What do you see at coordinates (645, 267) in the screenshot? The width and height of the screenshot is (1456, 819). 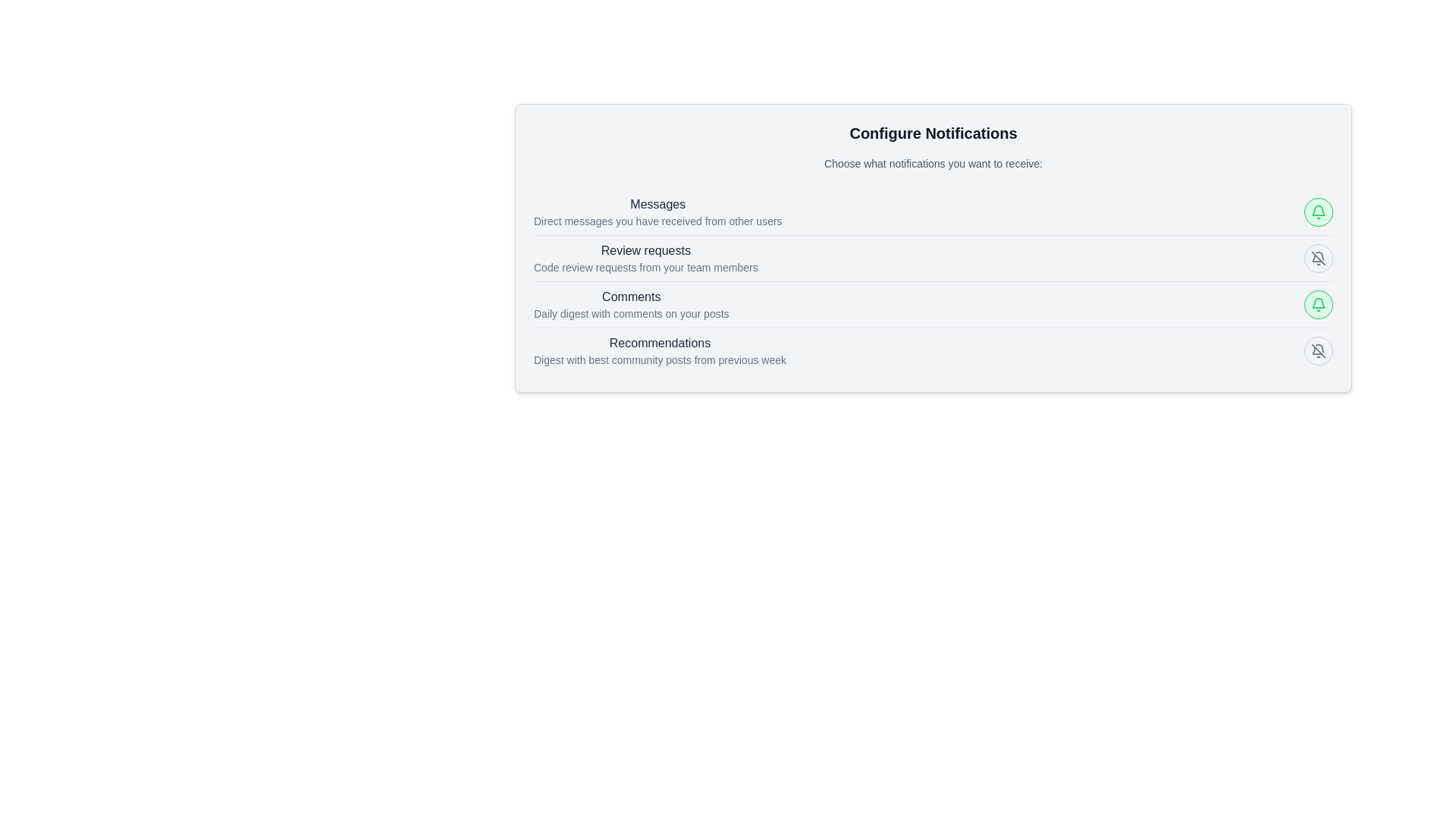 I see `the text 'Code review requests from your team members', which is styled in a smaller and lighter font, located directly below the 'Review requests' heading in the 'Configure Notifications' section` at bounding box center [645, 267].